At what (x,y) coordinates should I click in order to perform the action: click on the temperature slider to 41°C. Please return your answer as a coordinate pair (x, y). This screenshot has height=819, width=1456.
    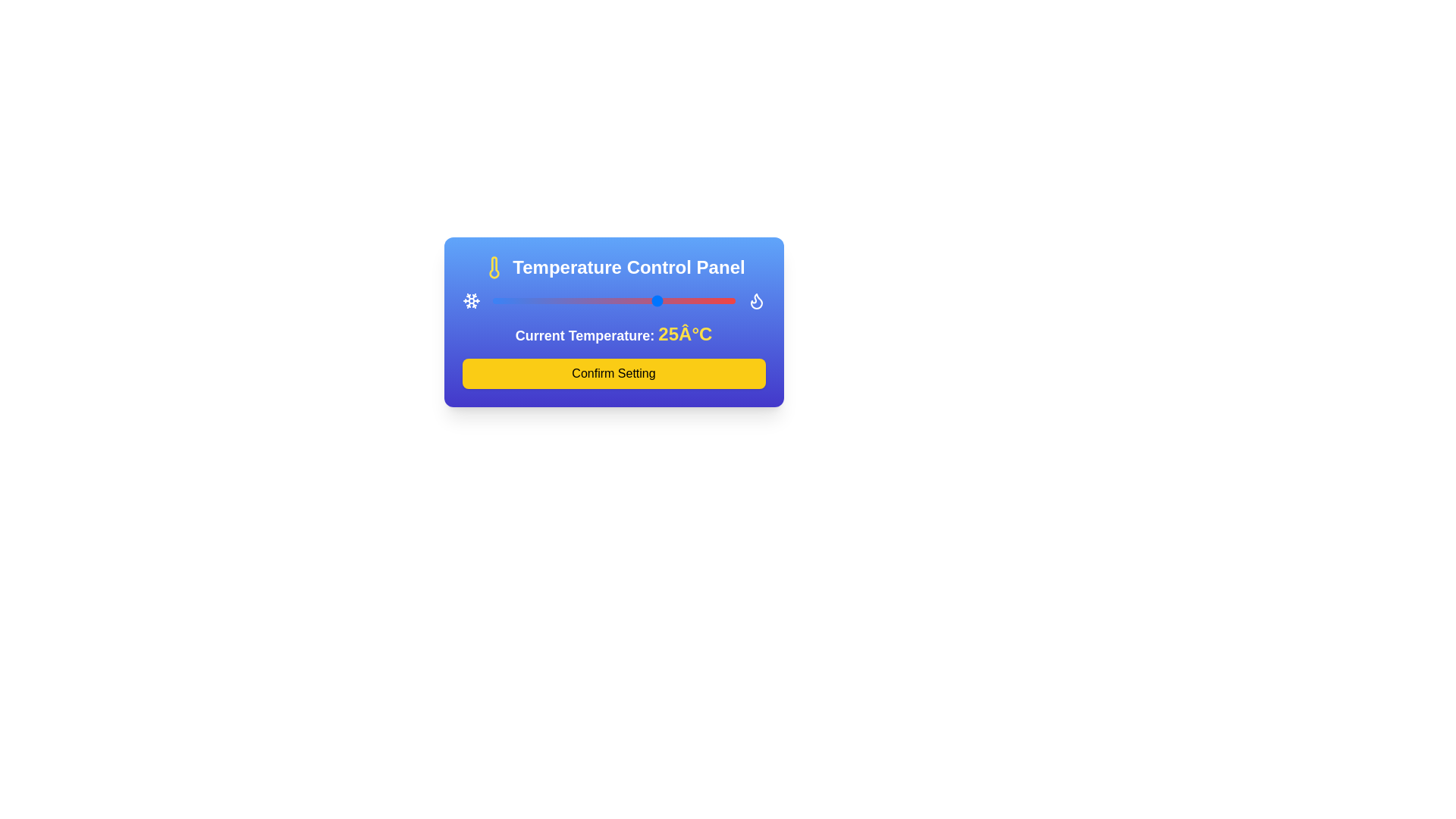
    Looking at the image, I should click on (707, 301).